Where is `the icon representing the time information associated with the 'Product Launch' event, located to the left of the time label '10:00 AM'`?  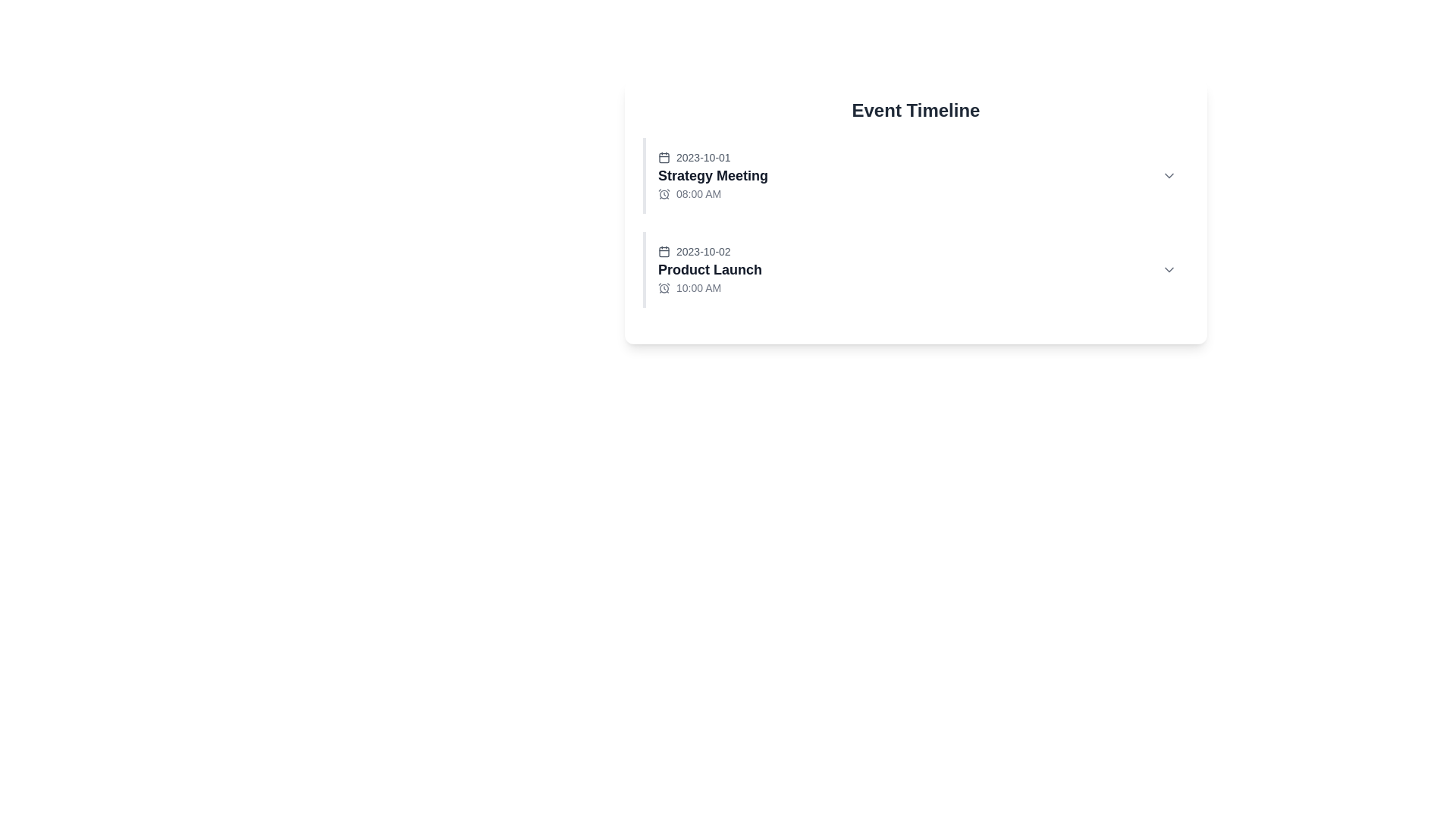 the icon representing the time information associated with the 'Product Launch' event, located to the left of the time label '10:00 AM' is located at coordinates (664, 288).